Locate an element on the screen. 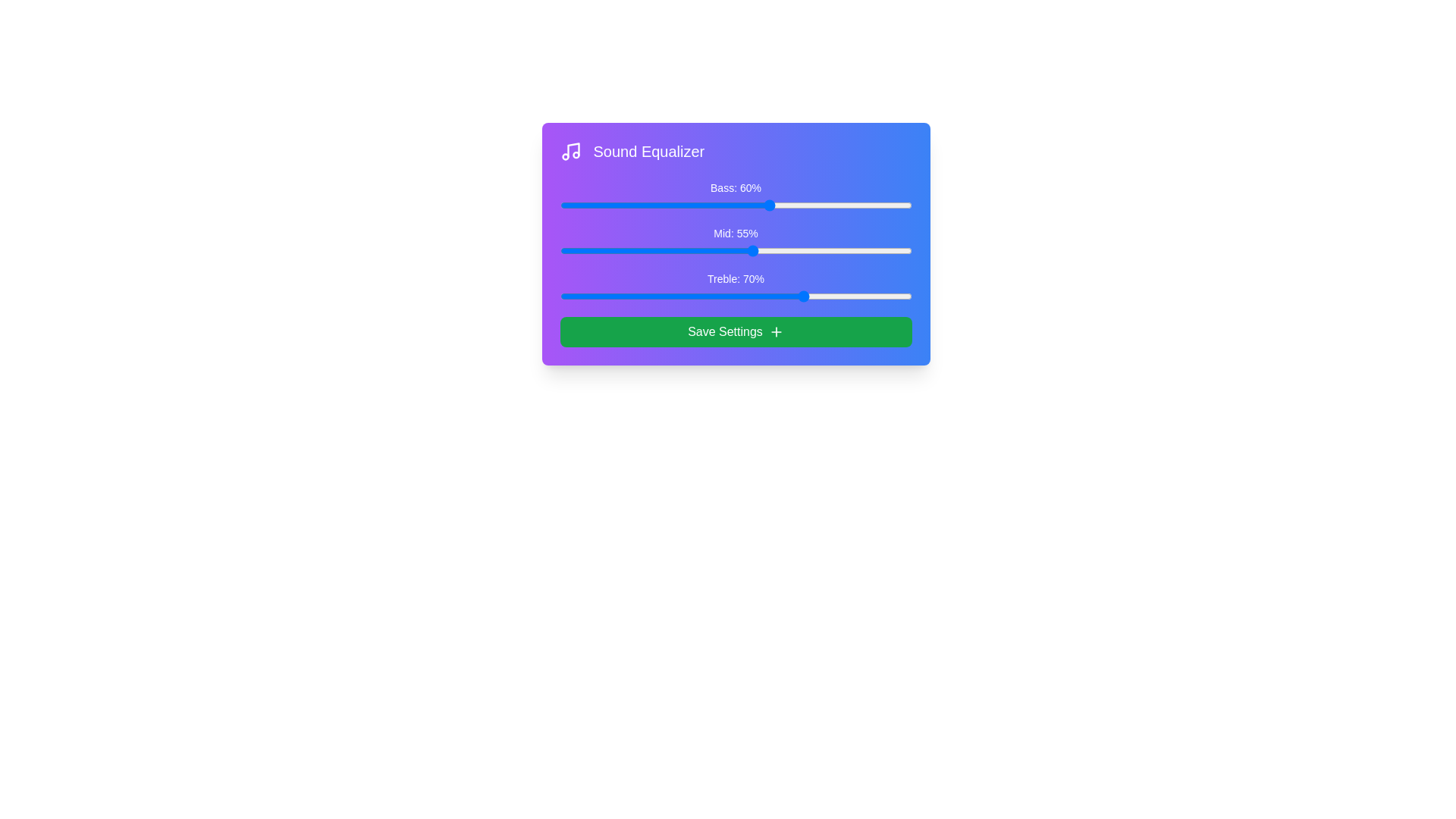 This screenshot has height=819, width=1456. the Treble slider to 95% is located at coordinates (894, 296).